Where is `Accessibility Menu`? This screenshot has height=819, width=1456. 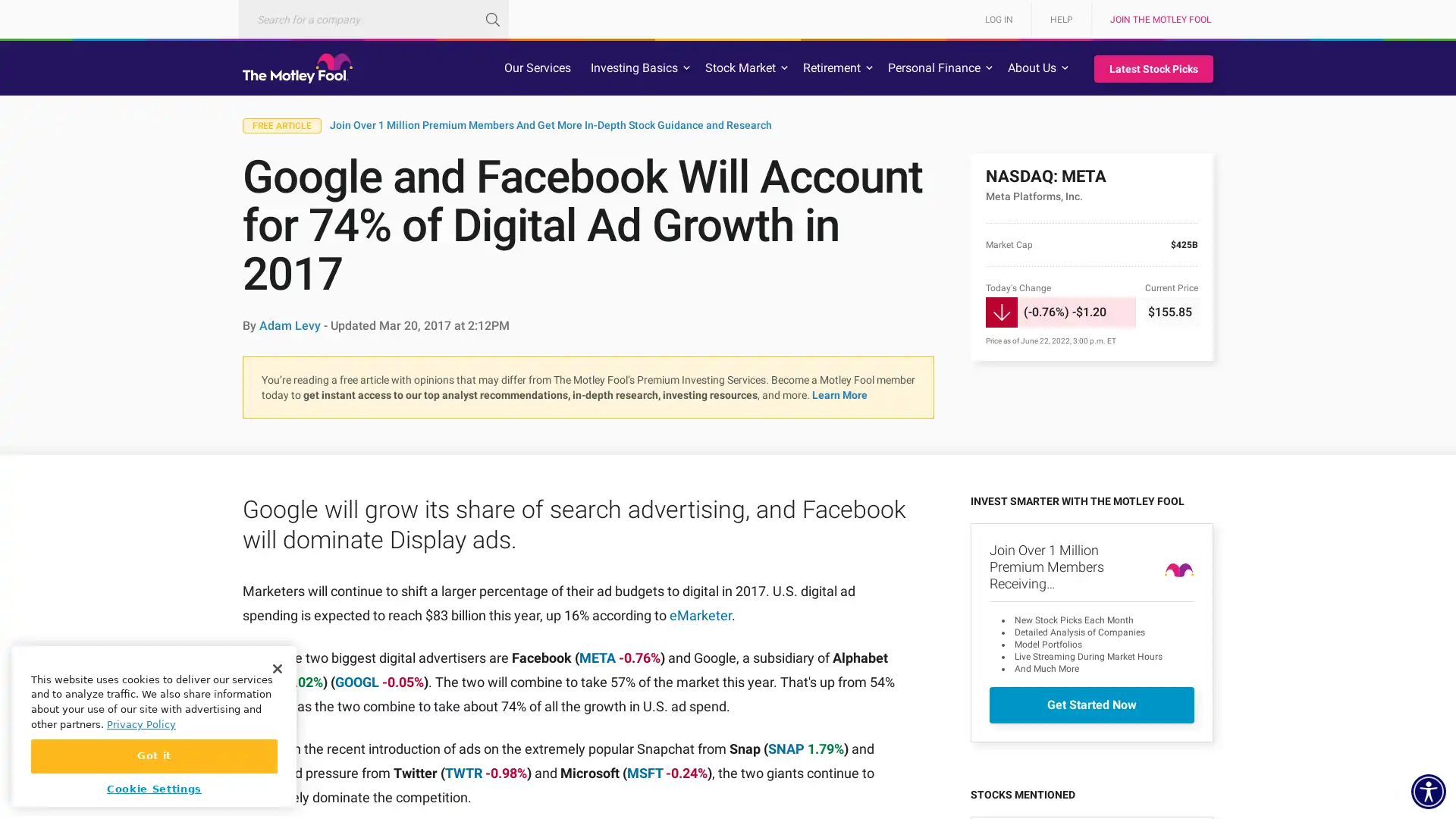 Accessibility Menu is located at coordinates (1427, 791).